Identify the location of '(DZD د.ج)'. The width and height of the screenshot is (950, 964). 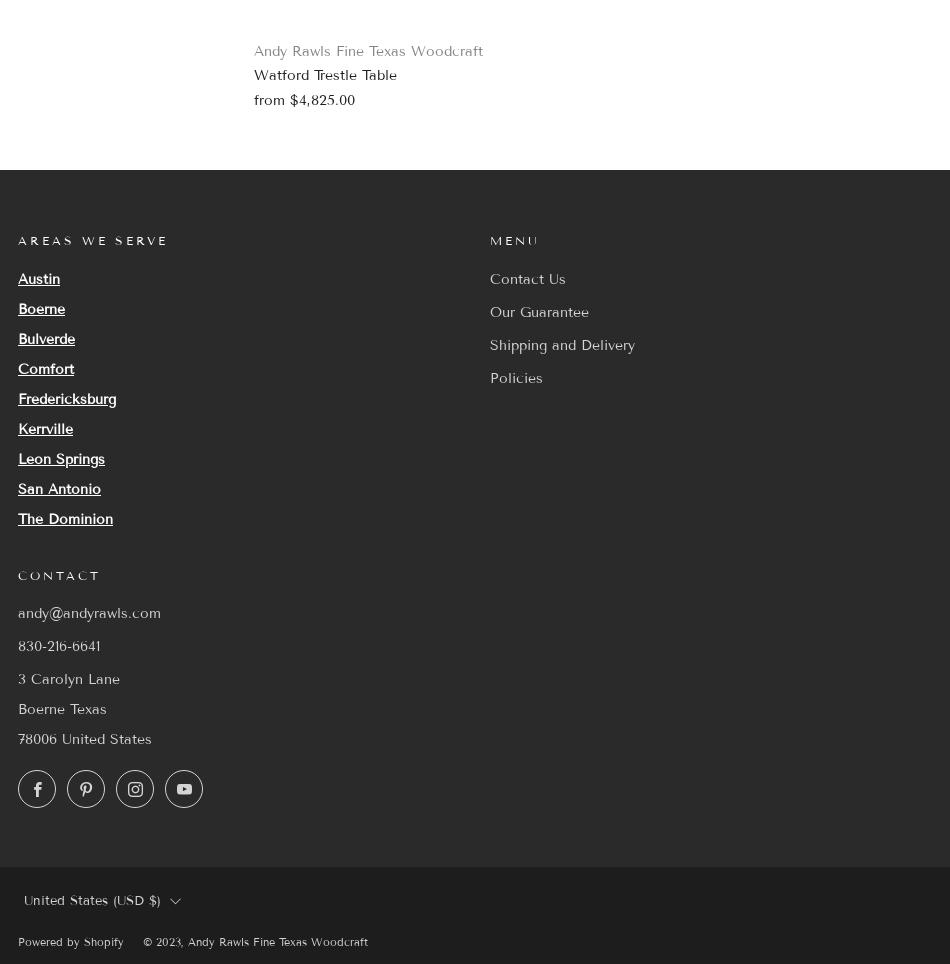
(110, 758).